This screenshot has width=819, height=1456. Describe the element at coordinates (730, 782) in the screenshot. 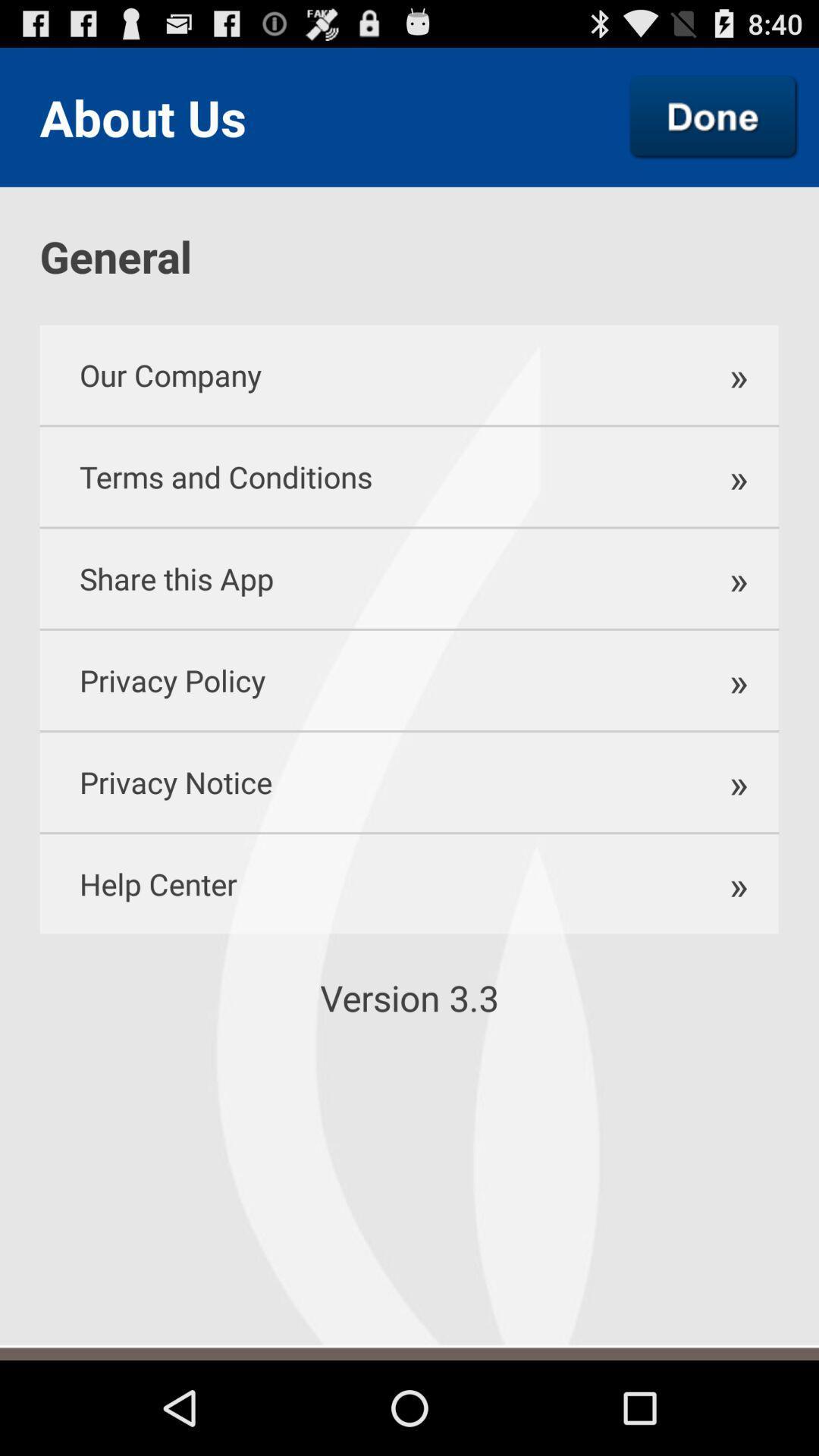

I see `the icon next to the privacy policy` at that location.